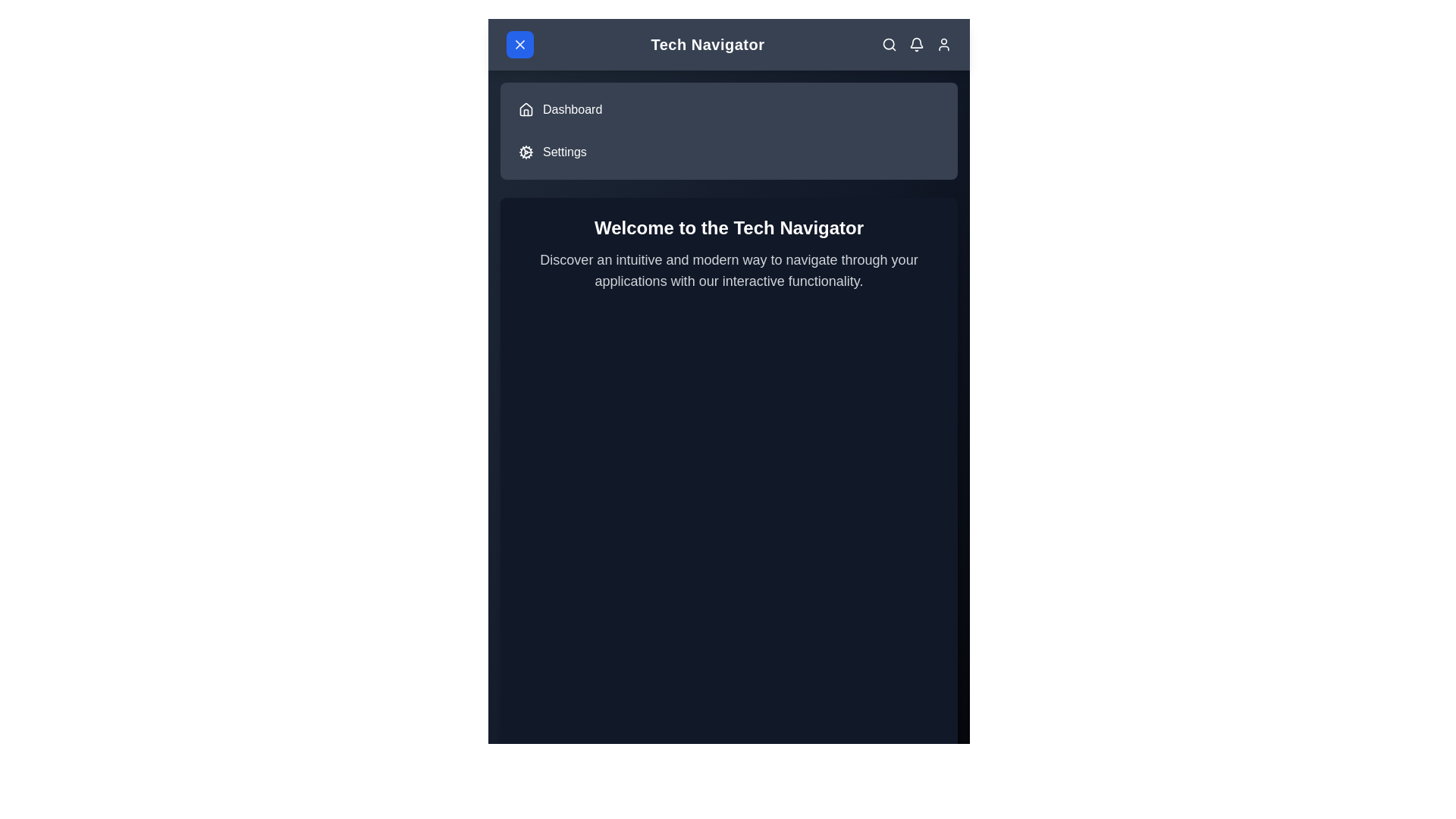  Describe the element at coordinates (916, 43) in the screenshot. I see `the Notifications icon in the top right corner of the app bar` at that location.